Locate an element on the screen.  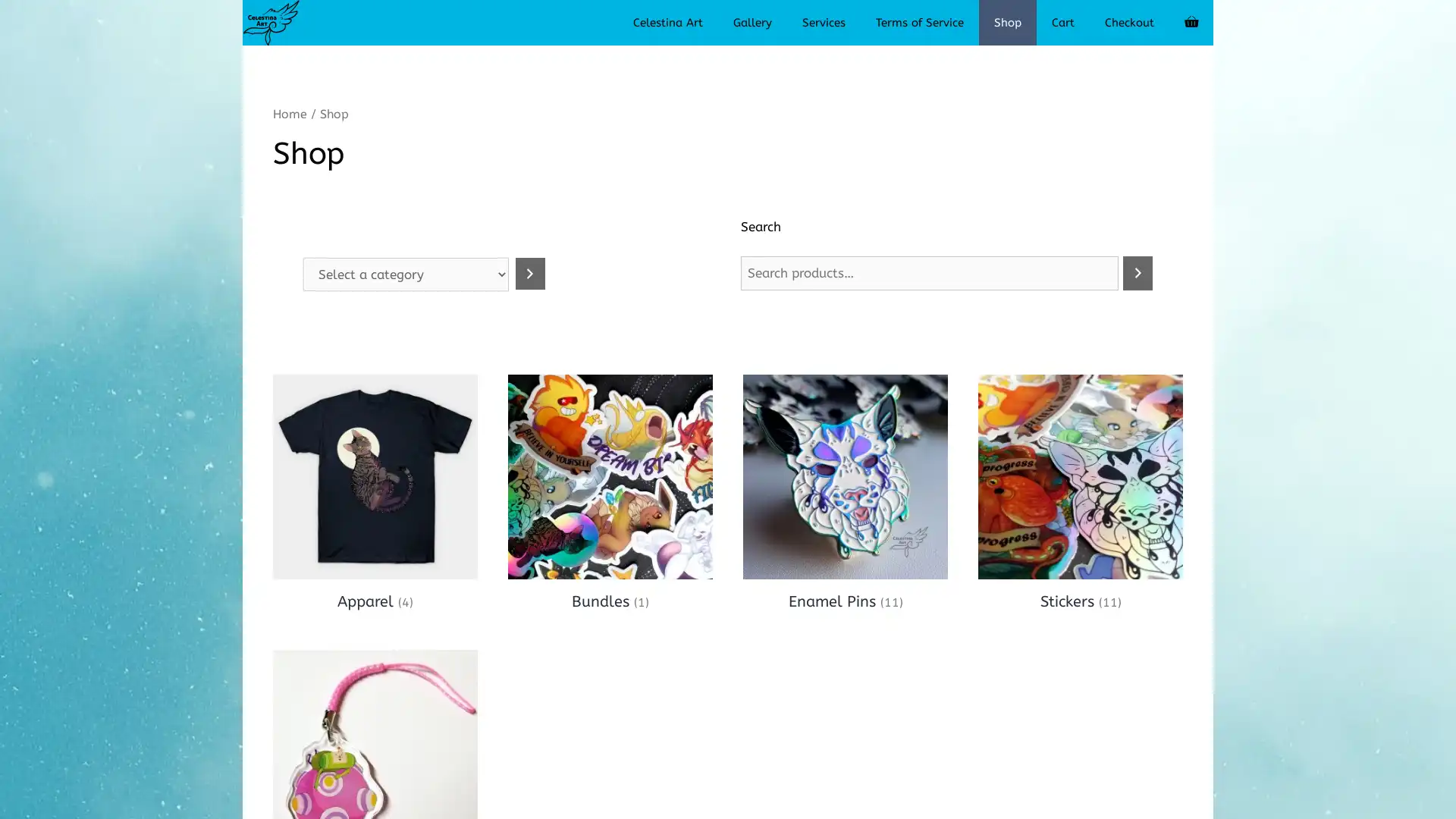
Go to category is located at coordinates (529, 274).